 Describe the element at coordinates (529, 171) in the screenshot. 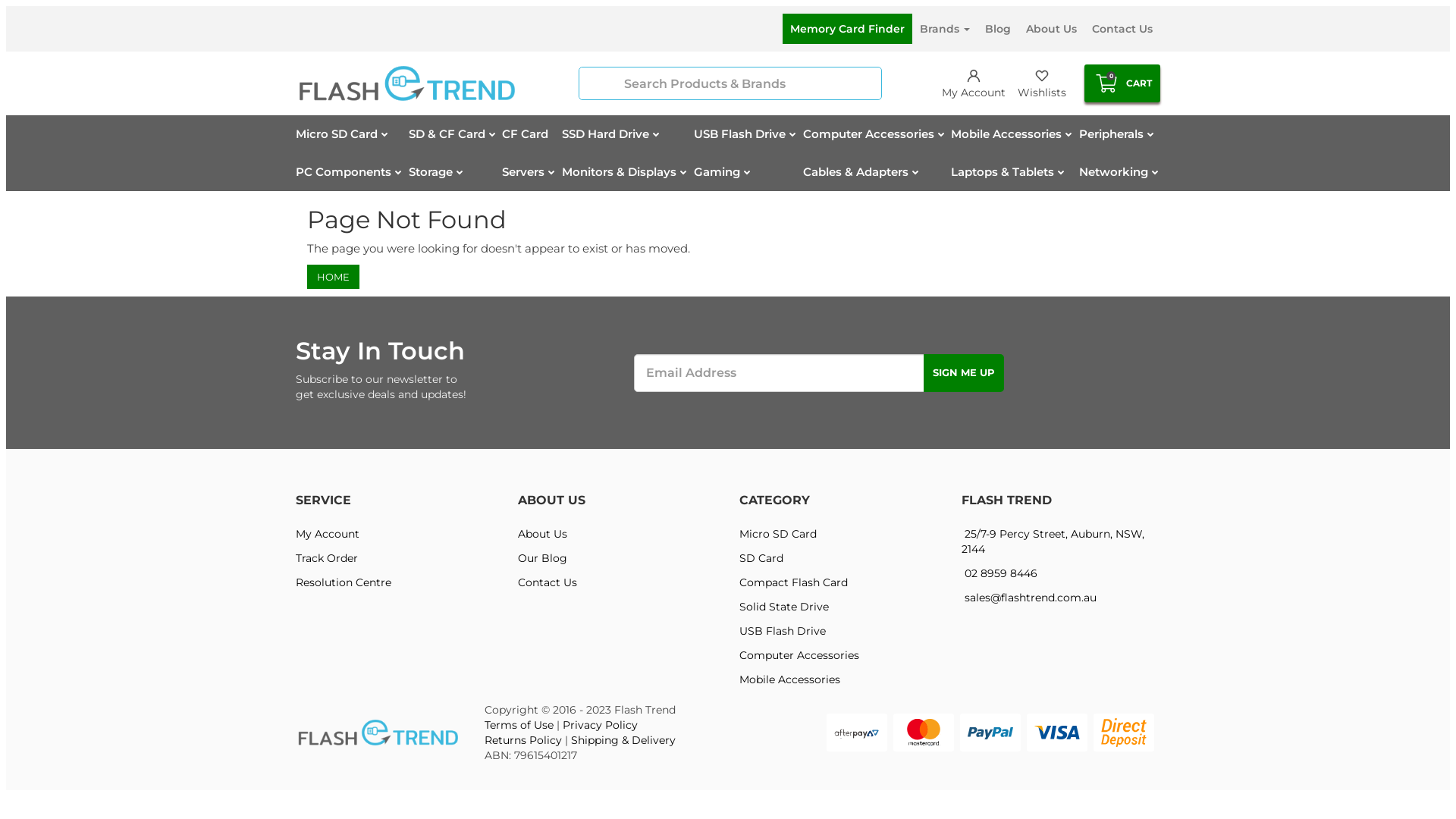

I see `'Servers'` at that location.